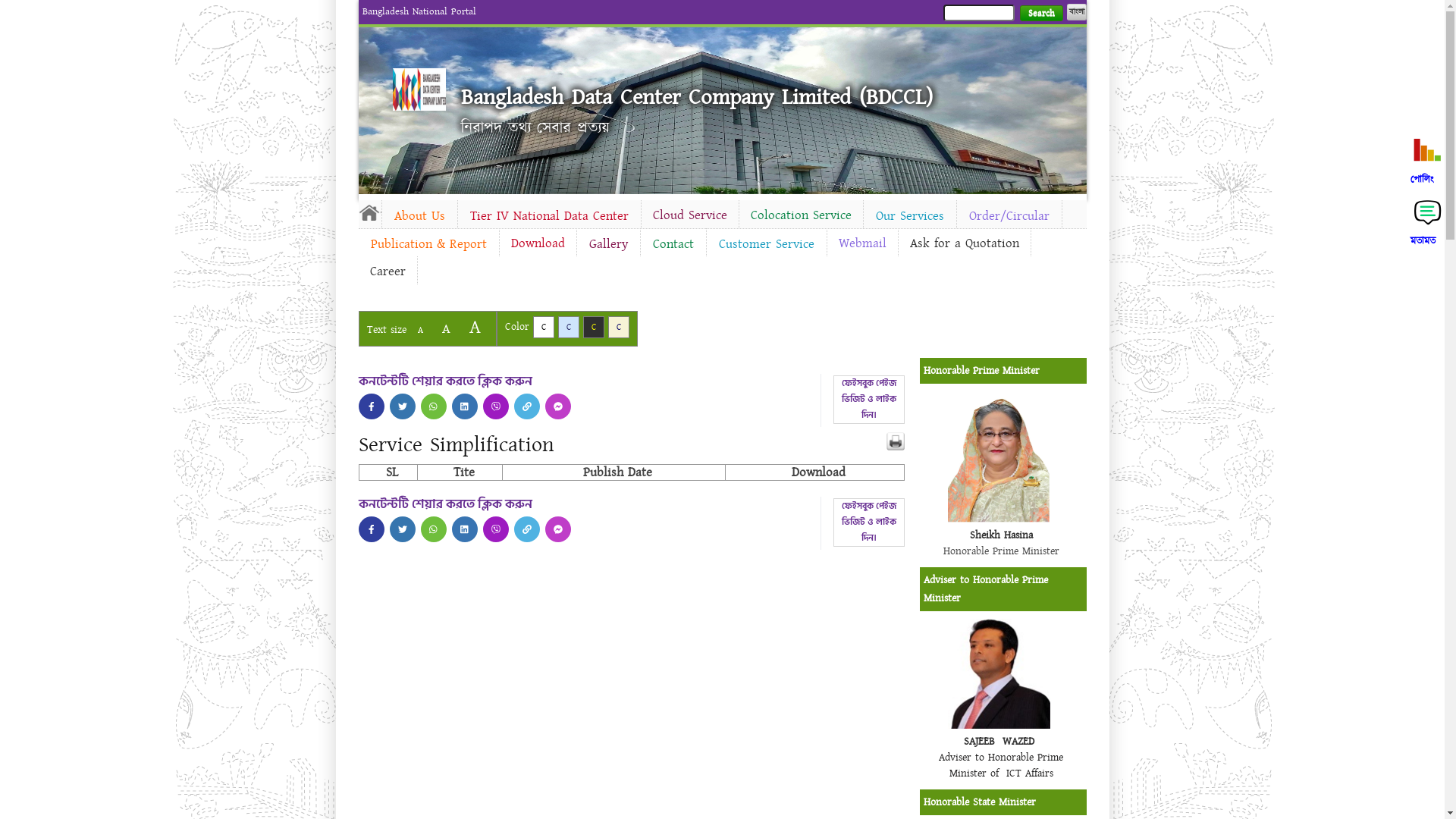 The width and height of the screenshot is (1456, 819). Describe the element at coordinates (473, 326) in the screenshot. I see `'A'` at that location.